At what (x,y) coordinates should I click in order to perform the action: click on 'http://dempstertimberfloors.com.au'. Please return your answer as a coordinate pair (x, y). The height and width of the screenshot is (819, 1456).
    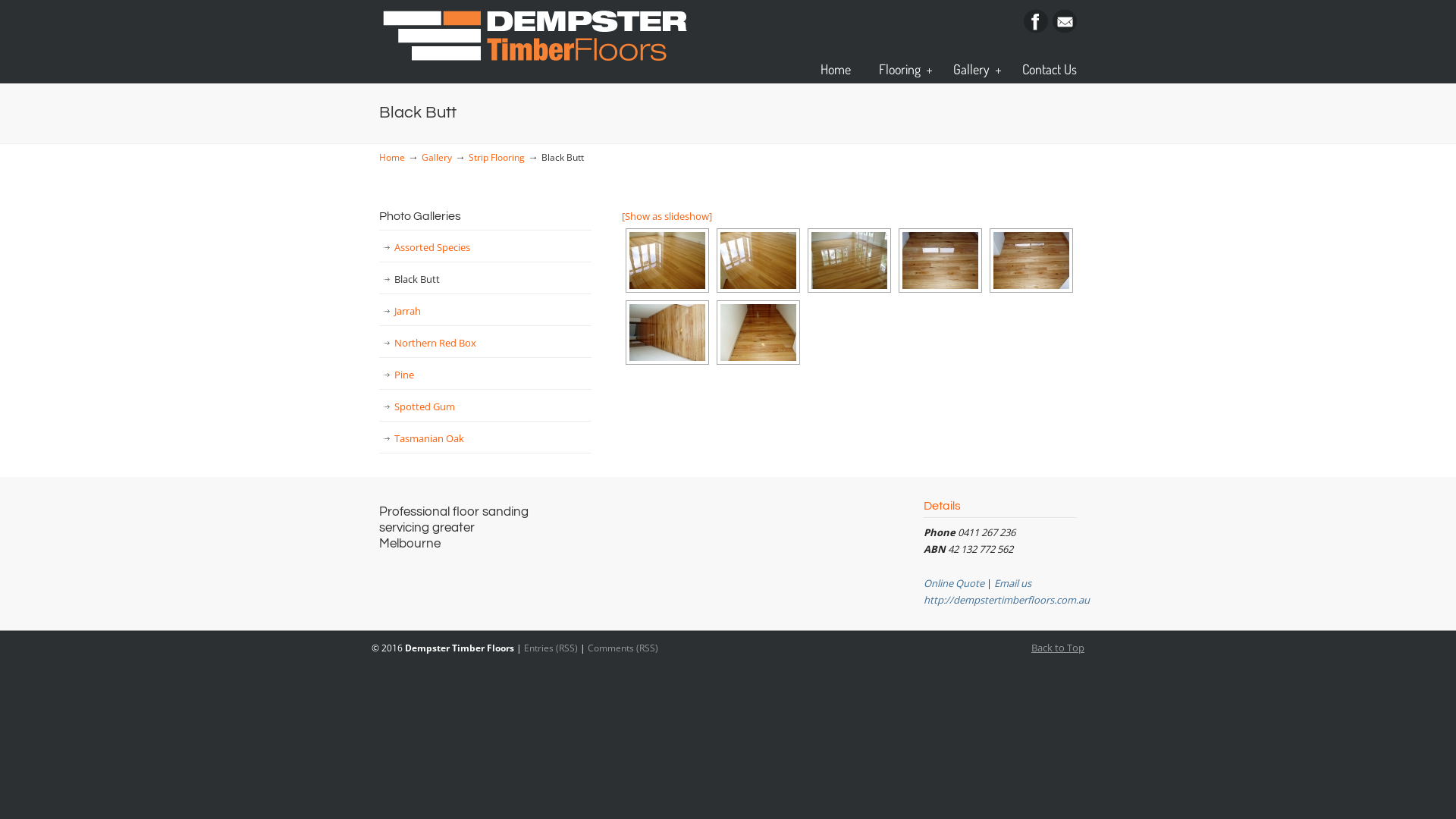
    Looking at the image, I should click on (1006, 598).